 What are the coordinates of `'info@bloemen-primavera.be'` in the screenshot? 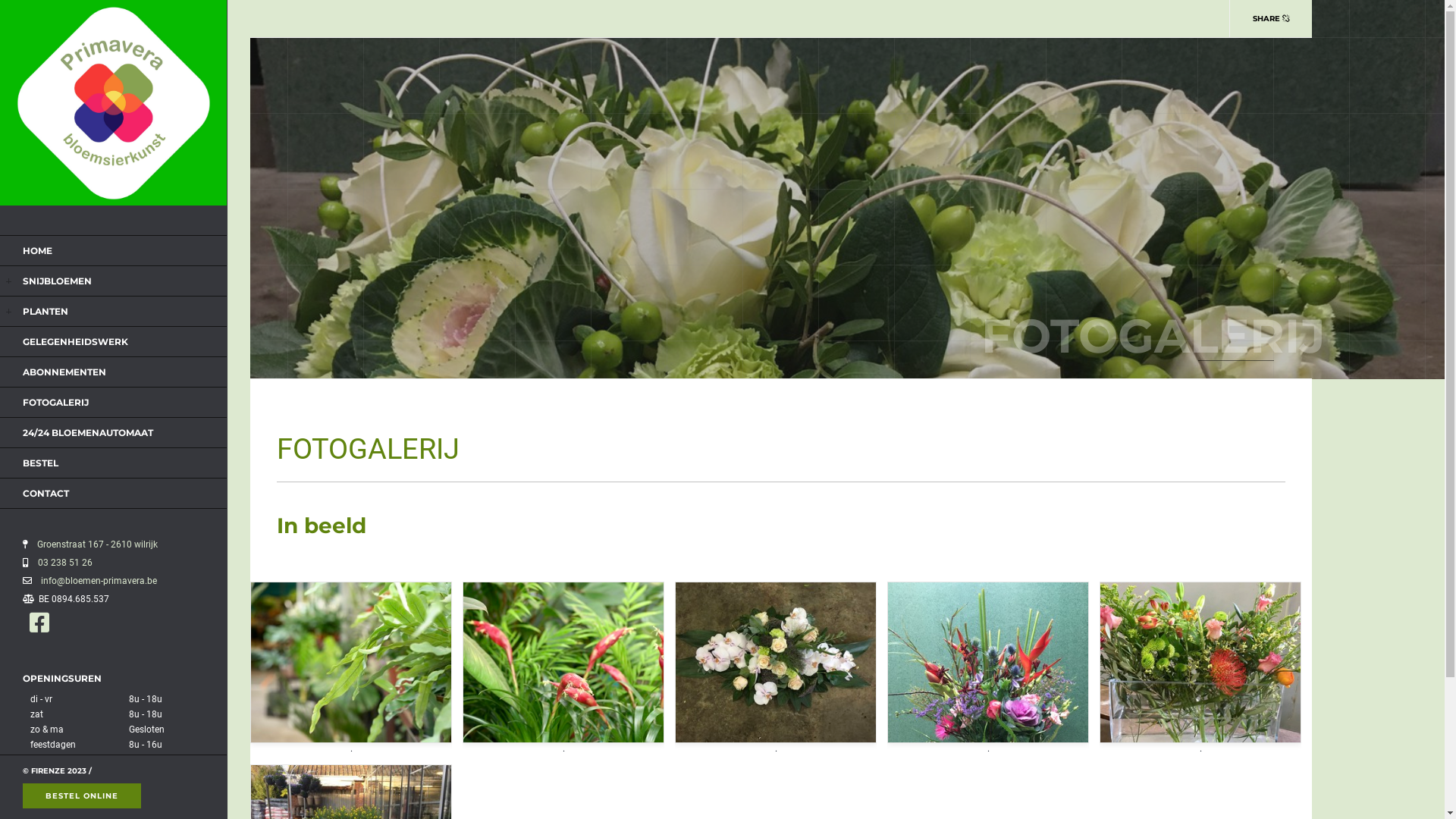 It's located at (33, 580).